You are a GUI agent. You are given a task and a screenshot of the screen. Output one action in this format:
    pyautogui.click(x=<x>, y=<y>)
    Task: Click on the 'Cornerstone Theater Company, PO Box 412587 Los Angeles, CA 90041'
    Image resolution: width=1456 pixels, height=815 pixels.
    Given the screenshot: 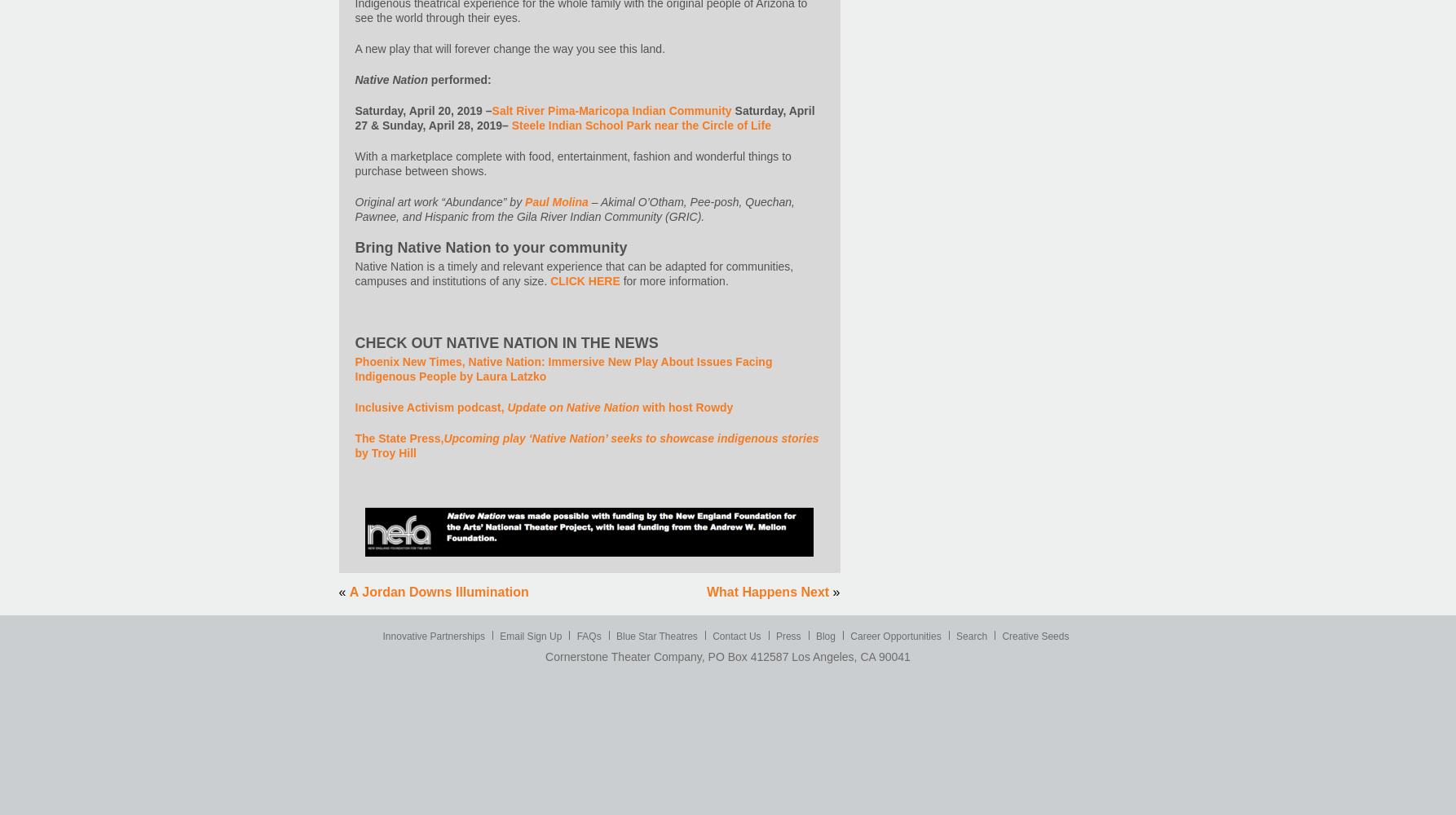 What is the action you would take?
    pyautogui.click(x=726, y=657)
    